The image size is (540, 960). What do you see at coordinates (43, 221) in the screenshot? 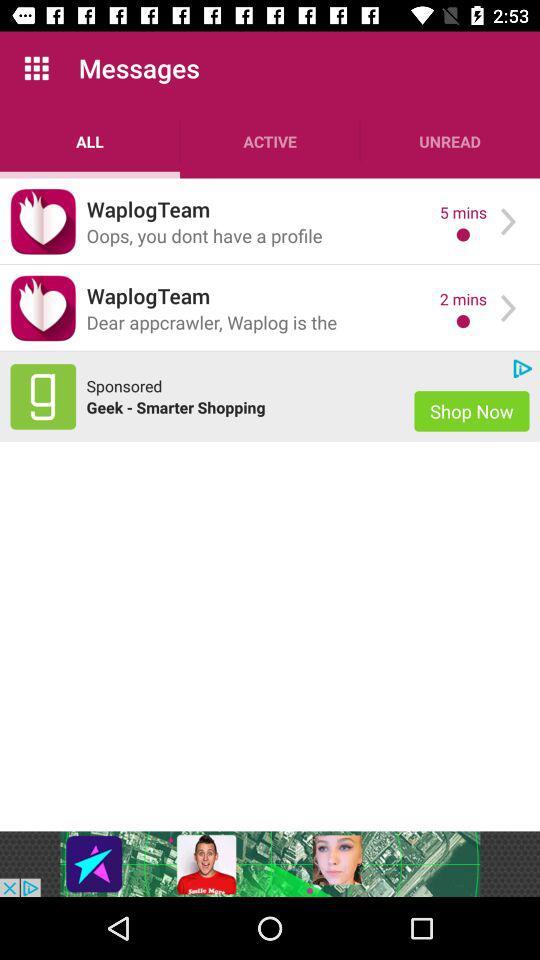
I see `favorite` at bounding box center [43, 221].